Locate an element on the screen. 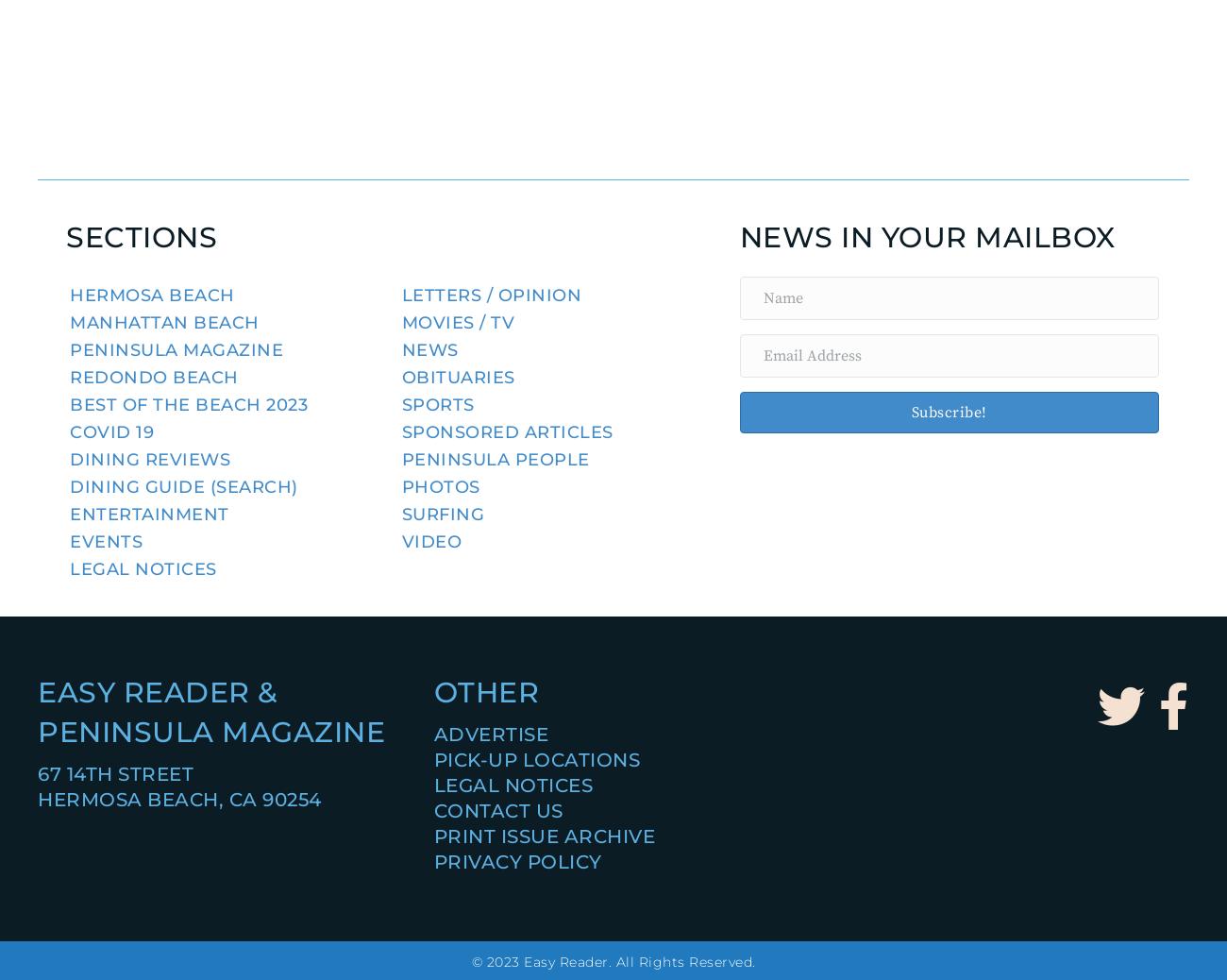 Image resolution: width=1227 pixels, height=980 pixels. '© 2023 Easy Reader. All Rights Reserved.' is located at coordinates (613, 962).